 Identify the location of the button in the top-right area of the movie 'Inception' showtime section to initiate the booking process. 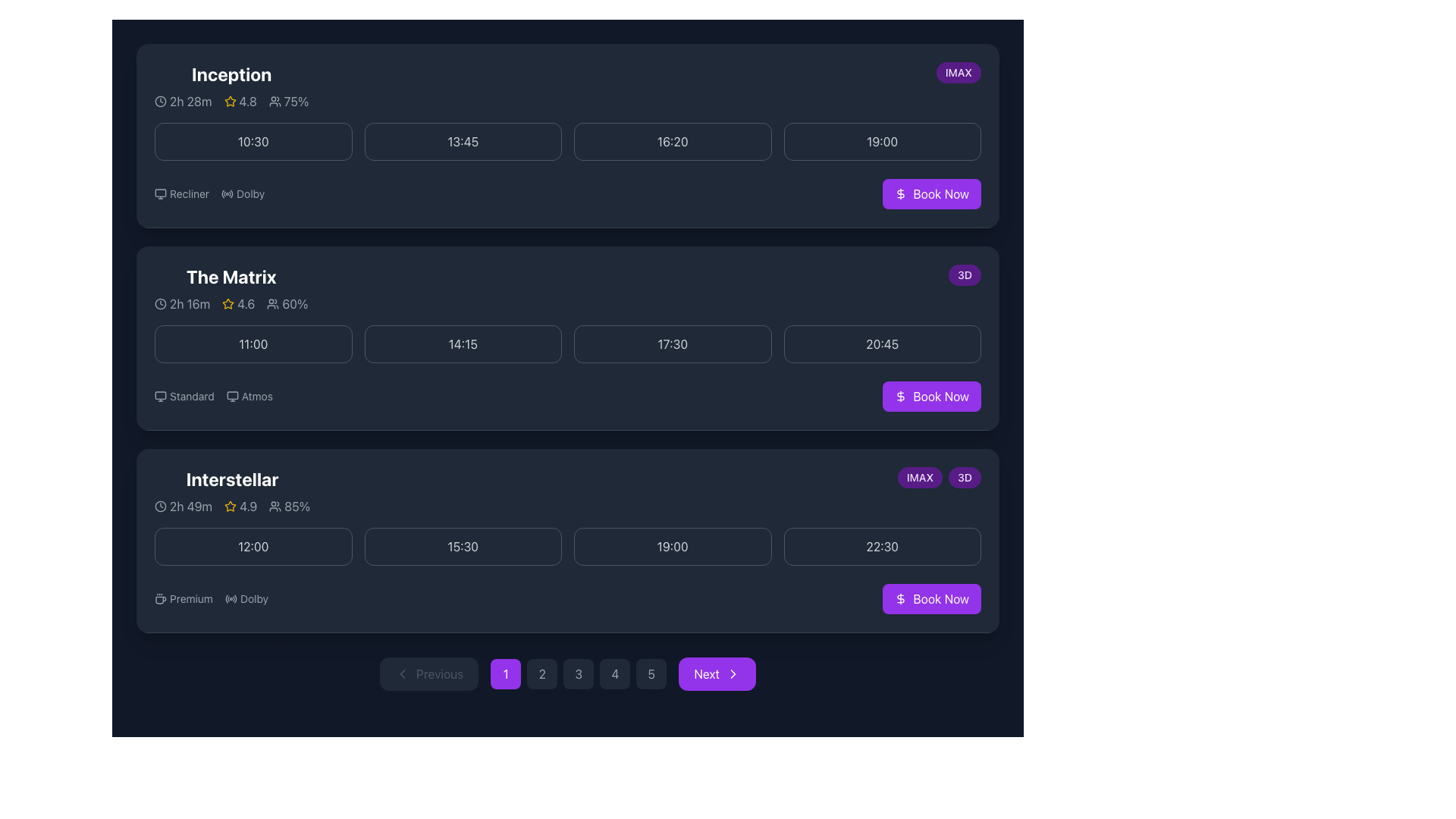
(931, 193).